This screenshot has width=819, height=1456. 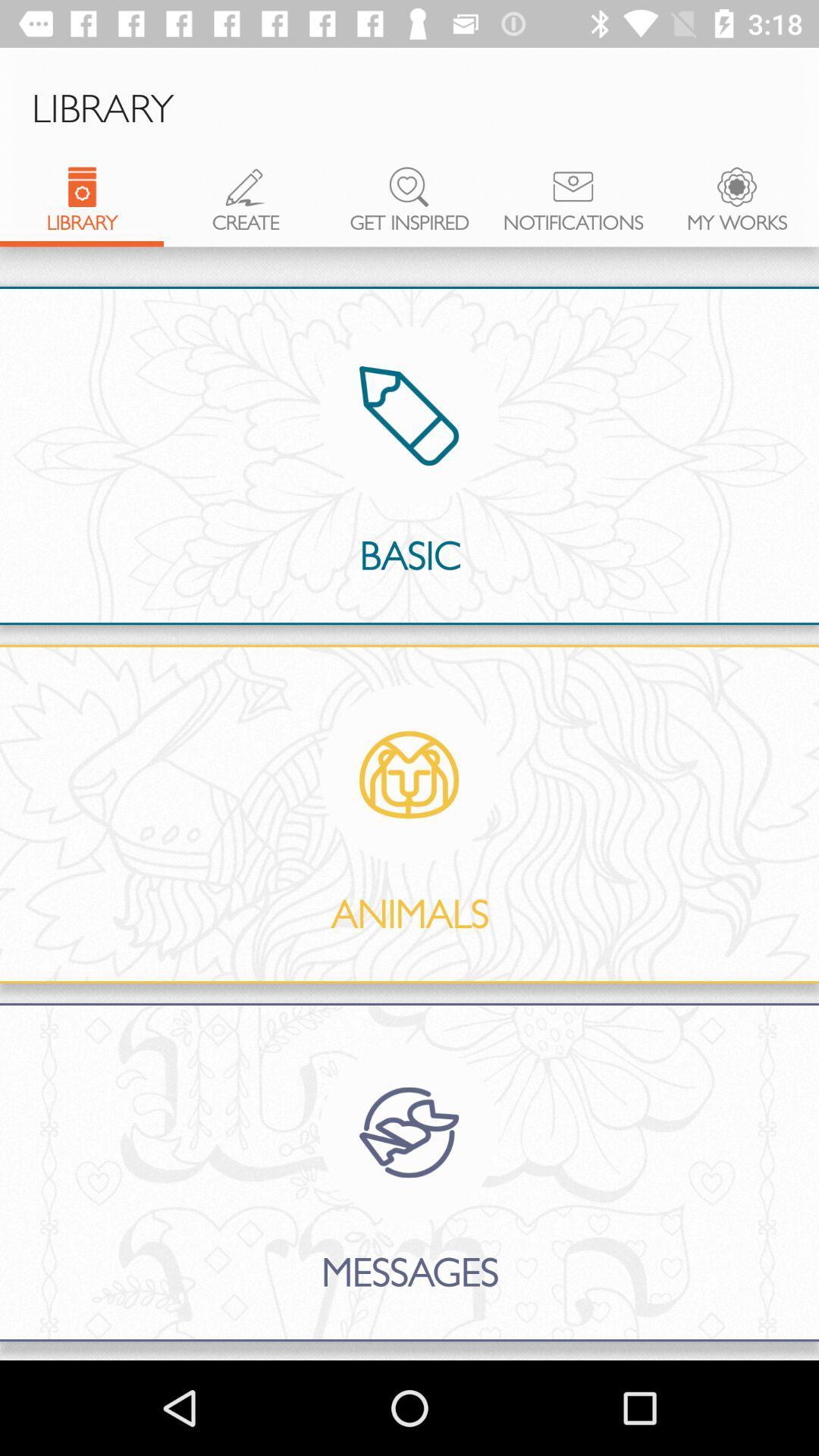 I want to click on the notifications, so click(x=573, y=206).